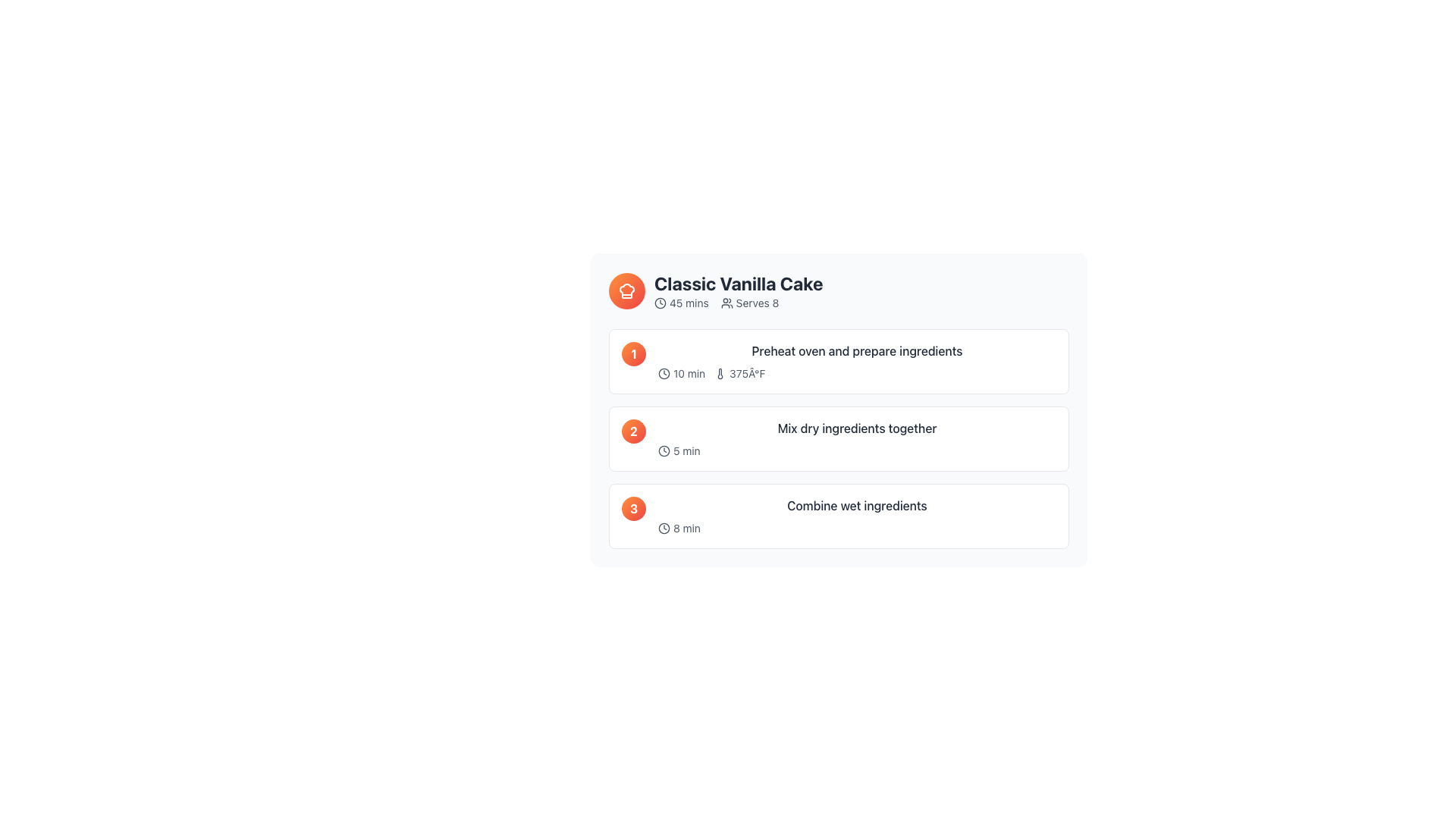  I want to click on instructional step text located under the label '2' in the vertical list of instructions, so click(857, 438).